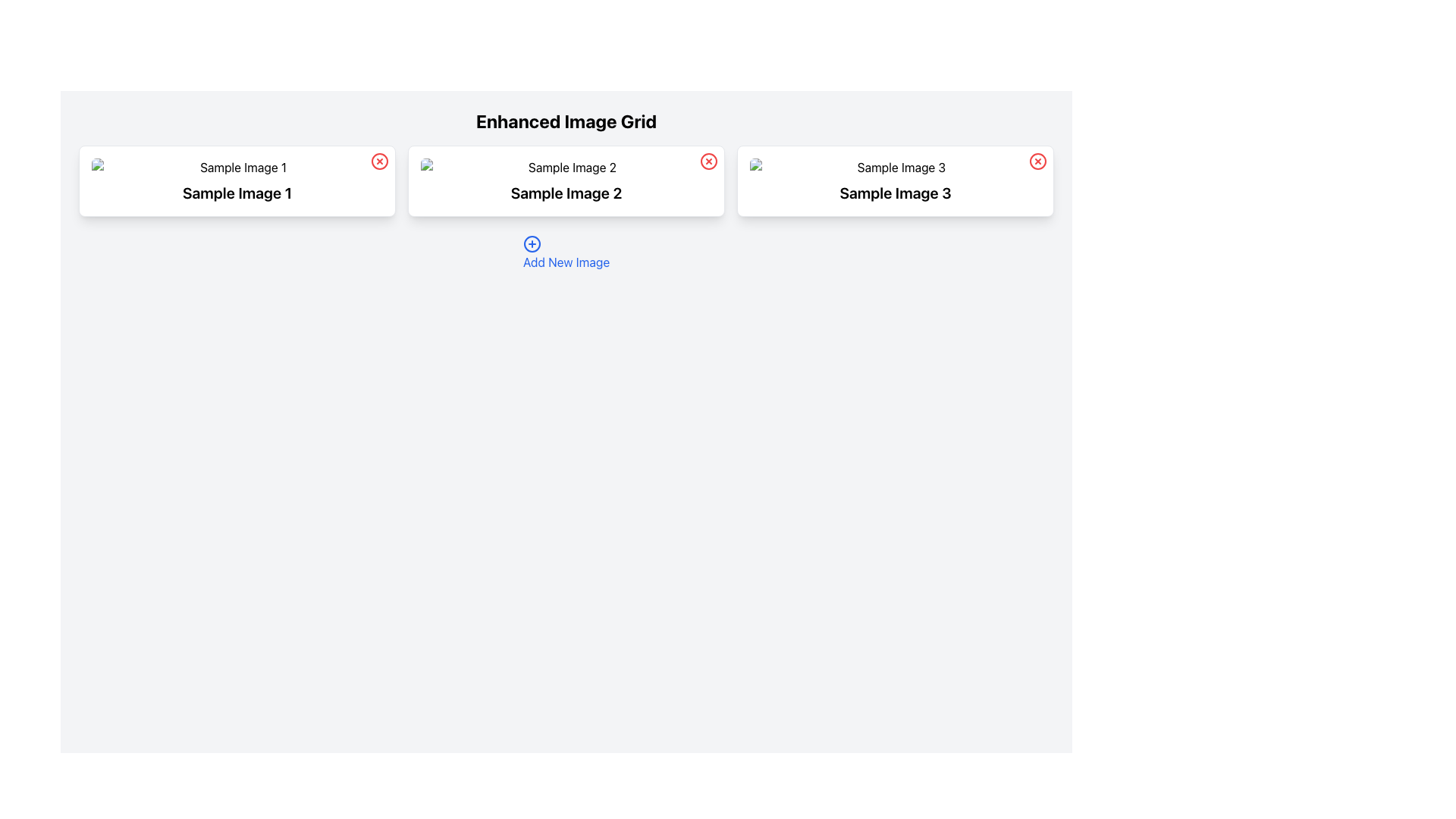  What do you see at coordinates (566, 192) in the screenshot?
I see `the text label reading 'Sample Image 2', which is centrally aligned below the corresponding image thumbnail in the grid layout` at bounding box center [566, 192].